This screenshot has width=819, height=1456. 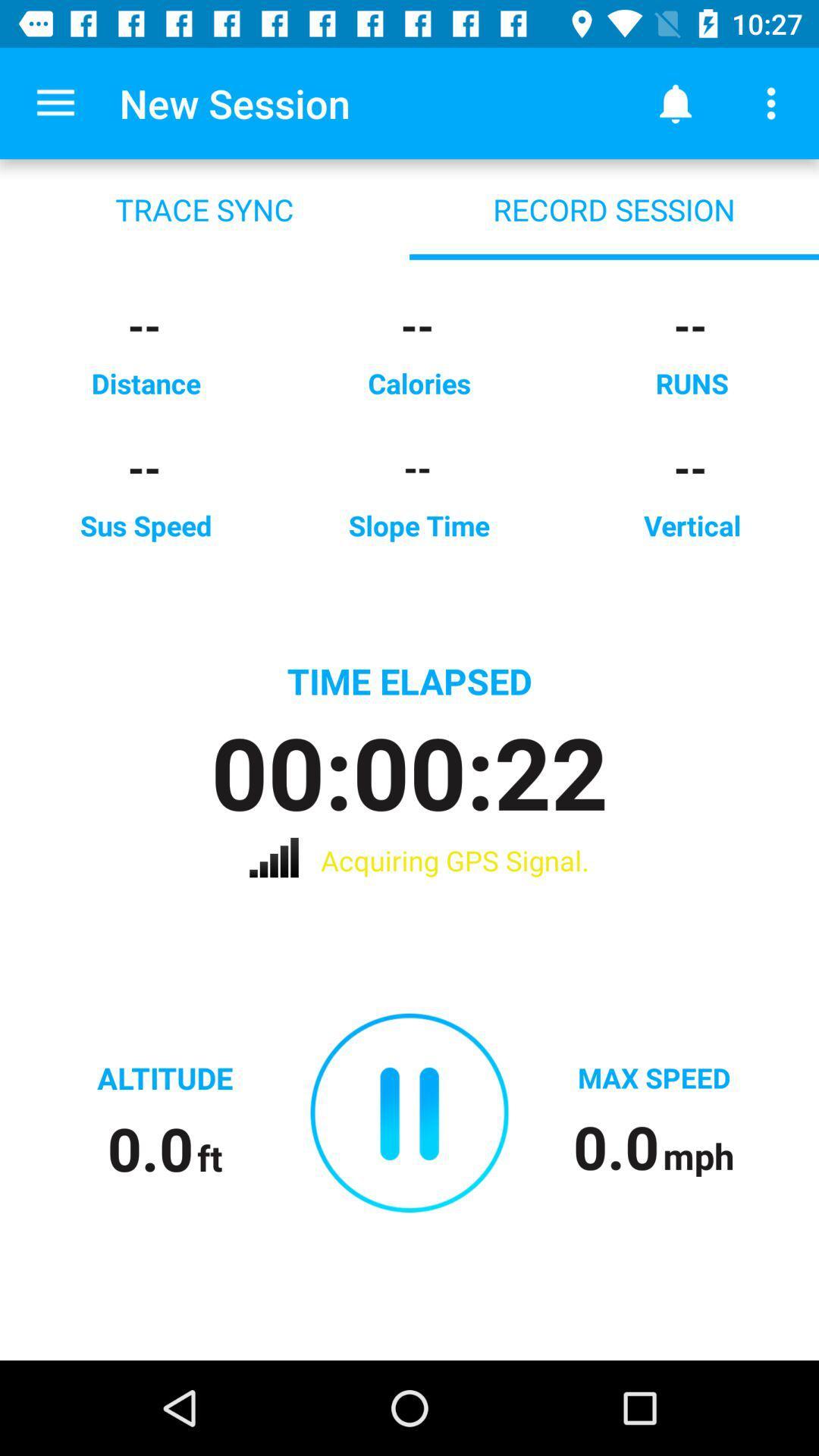 I want to click on the app to the left of new session icon, so click(x=55, y=102).